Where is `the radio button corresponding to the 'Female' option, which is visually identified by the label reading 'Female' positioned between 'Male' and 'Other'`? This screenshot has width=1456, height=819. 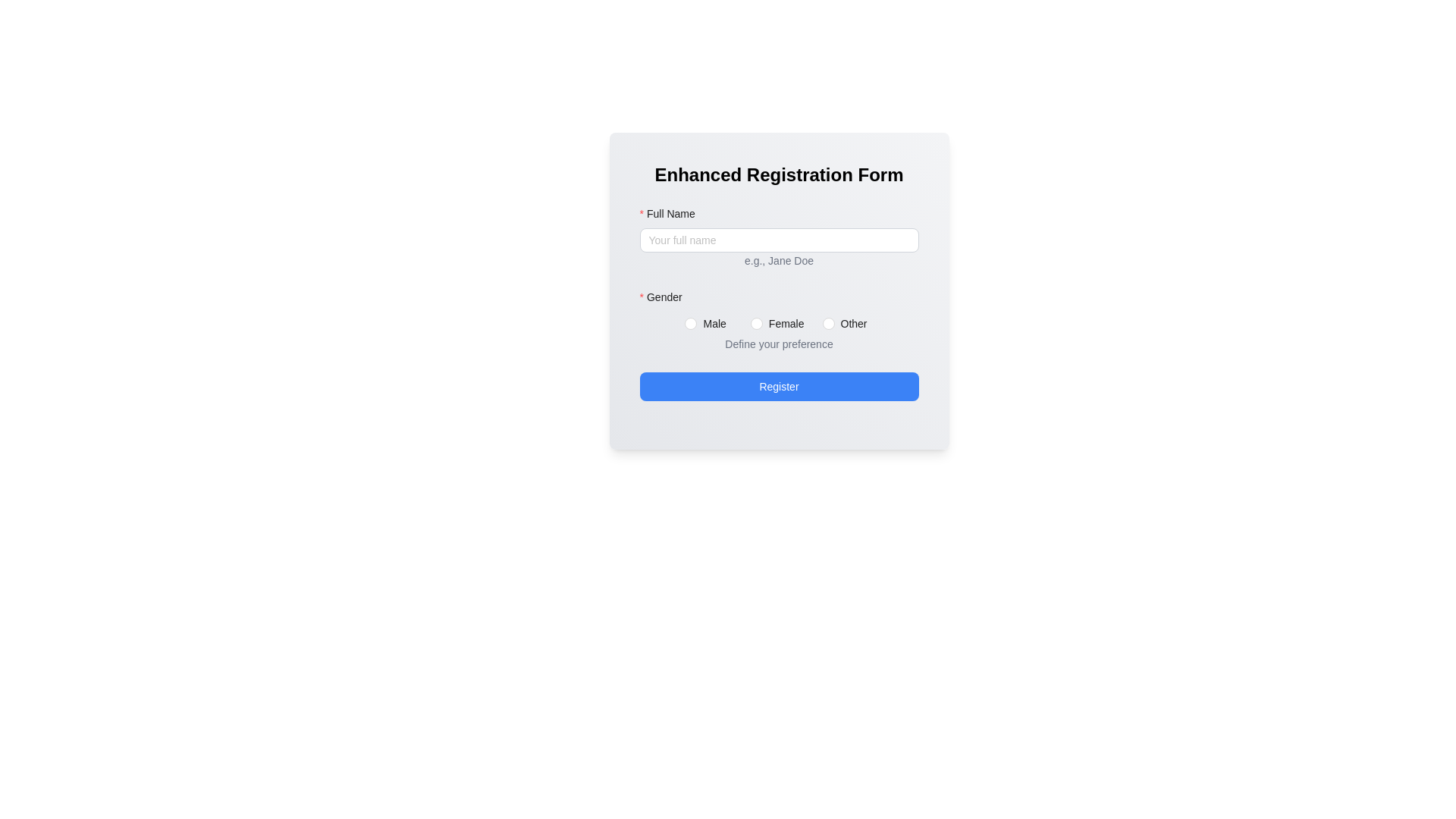
the radio button corresponding to the 'Female' option, which is visually identified by the label reading 'Female' positioned between 'Male' and 'Other' is located at coordinates (786, 323).